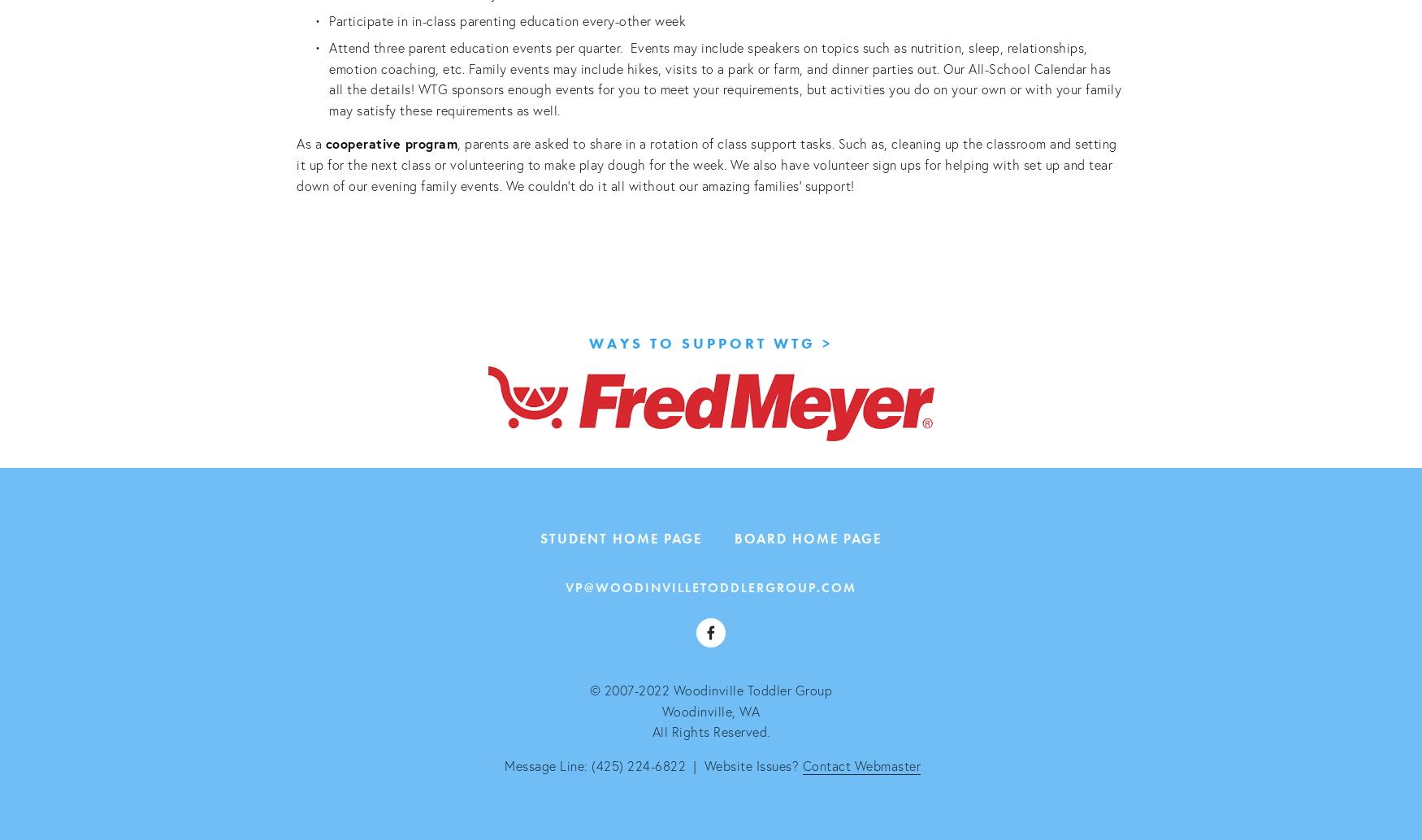  I want to click on 'Woodinville, WA', so click(710, 709).